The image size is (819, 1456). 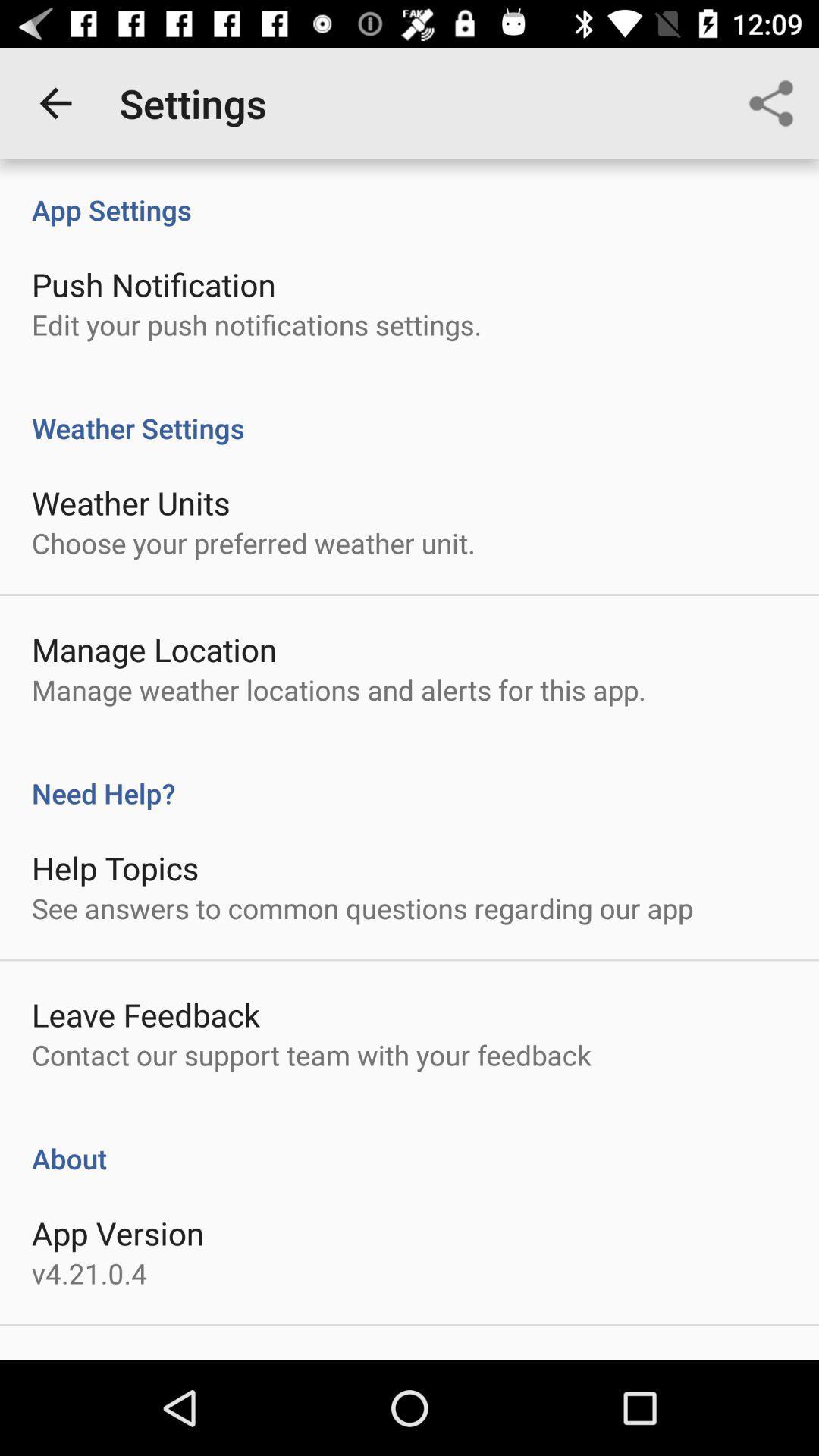 I want to click on item next to settings  icon, so click(x=771, y=102).